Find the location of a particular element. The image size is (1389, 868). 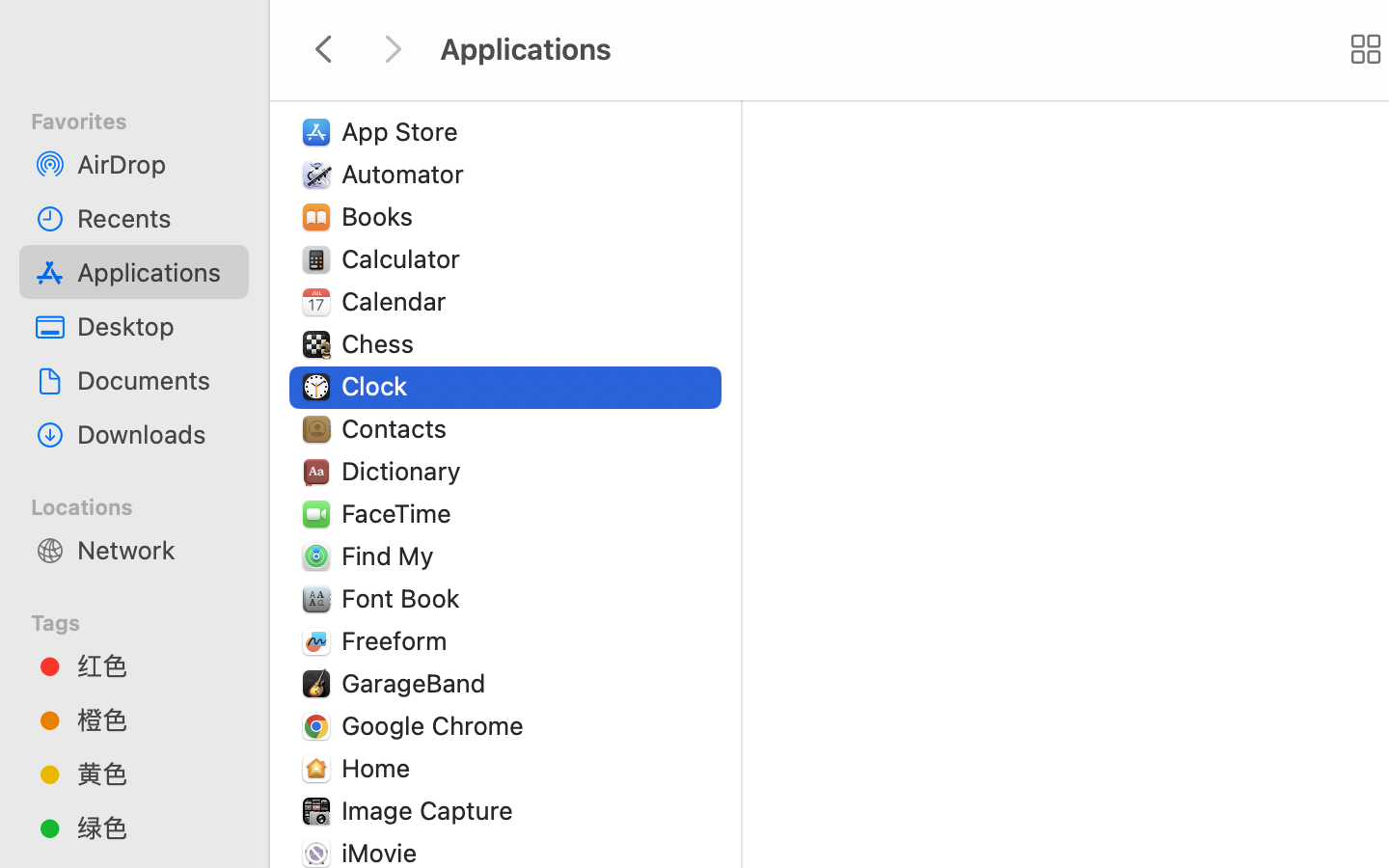

'Desktop' is located at coordinates (153, 326).